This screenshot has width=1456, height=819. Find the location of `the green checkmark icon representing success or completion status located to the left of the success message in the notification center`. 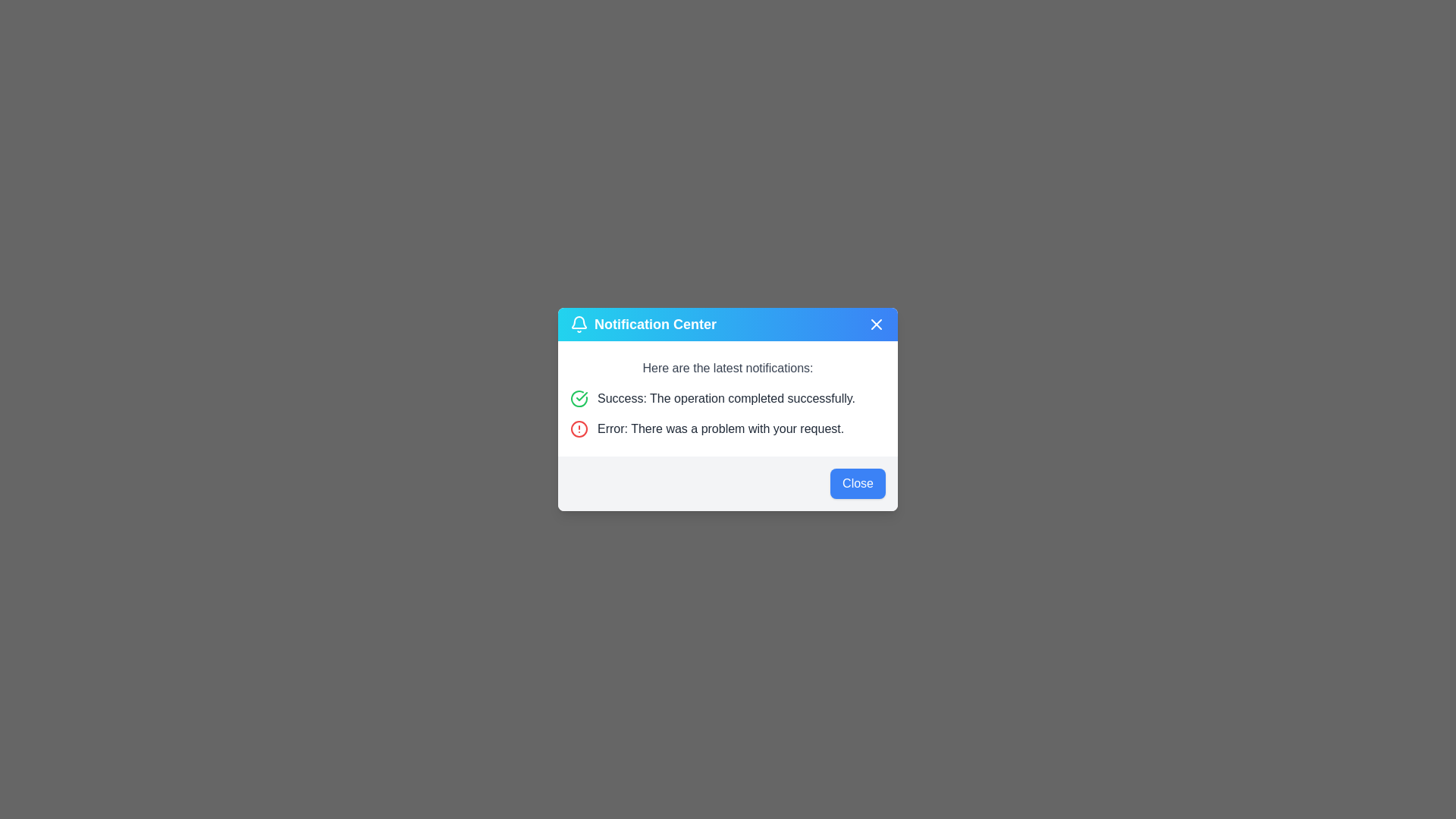

the green checkmark icon representing success or completion status located to the left of the success message in the notification center is located at coordinates (578, 397).